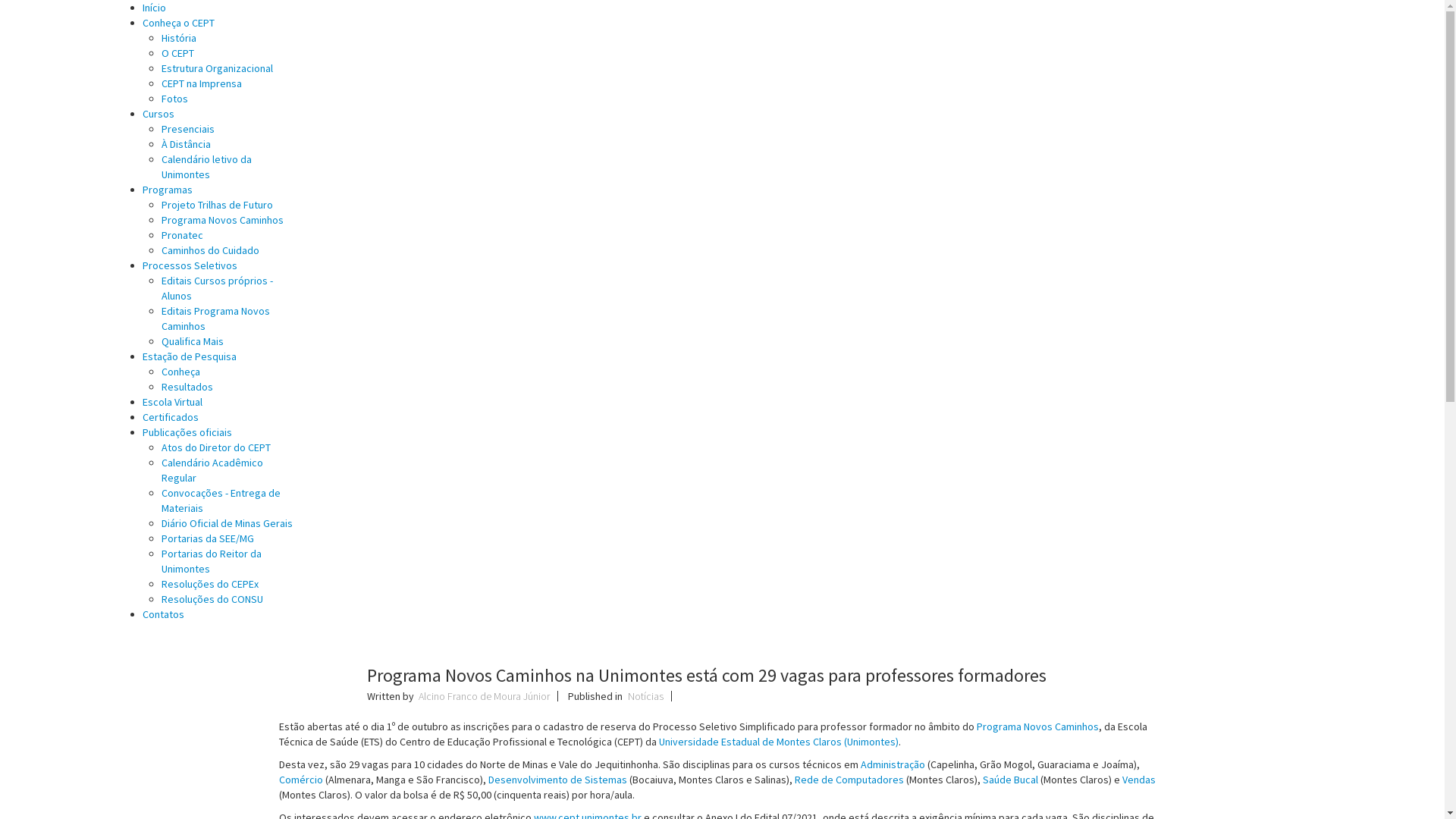 This screenshot has width=1456, height=819. Describe the element at coordinates (187, 127) in the screenshot. I see `'Presenciais'` at that location.